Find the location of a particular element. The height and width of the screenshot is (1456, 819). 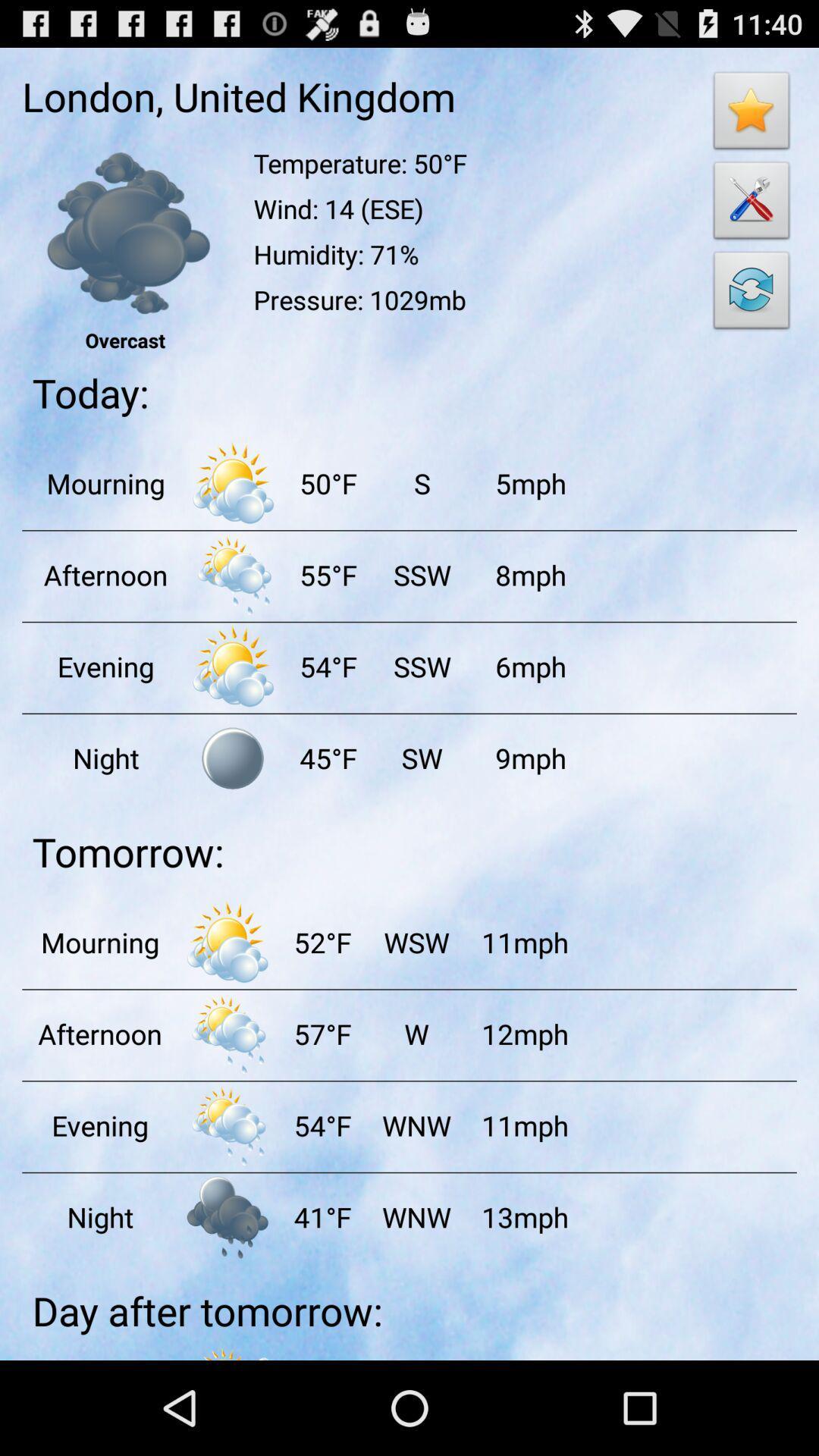

reference image is located at coordinates (124, 232).